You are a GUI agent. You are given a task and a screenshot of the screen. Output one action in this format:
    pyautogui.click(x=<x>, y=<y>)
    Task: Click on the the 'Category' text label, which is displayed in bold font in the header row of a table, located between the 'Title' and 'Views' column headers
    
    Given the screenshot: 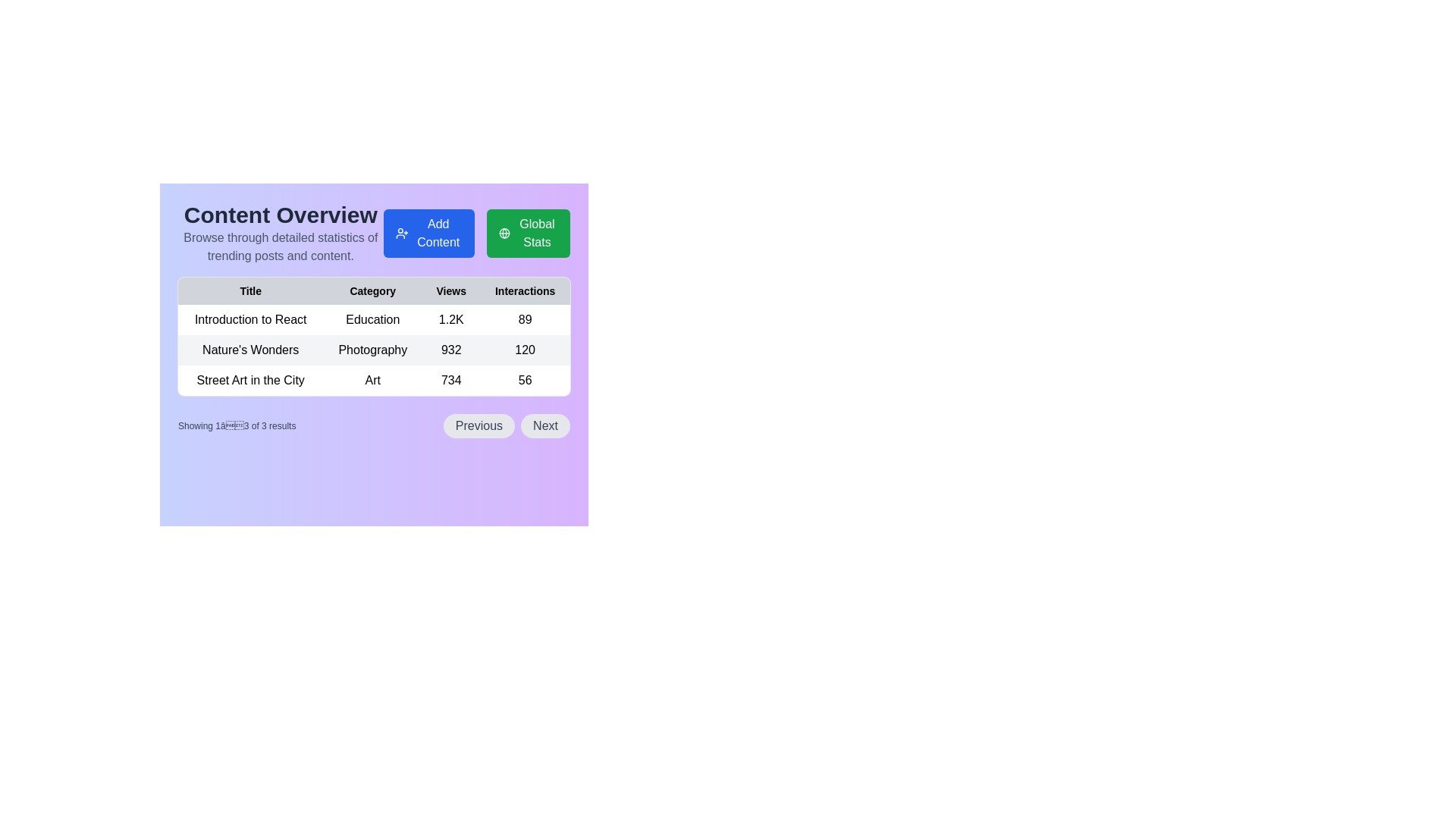 What is the action you would take?
    pyautogui.click(x=372, y=291)
    